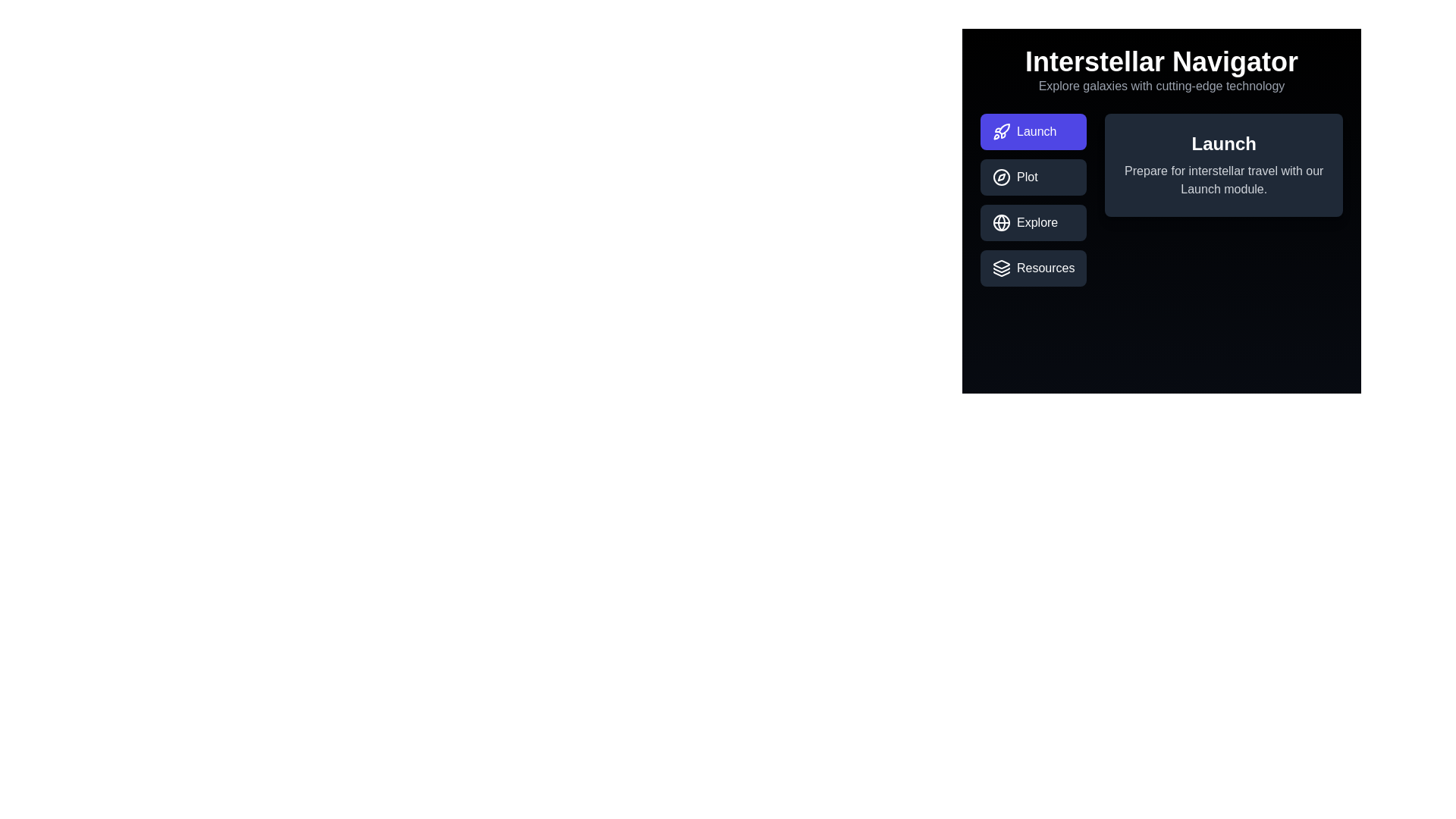 The width and height of the screenshot is (1456, 819). Describe the element at coordinates (1033, 177) in the screenshot. I see `the tab labeled Plot to view its content` at that location.